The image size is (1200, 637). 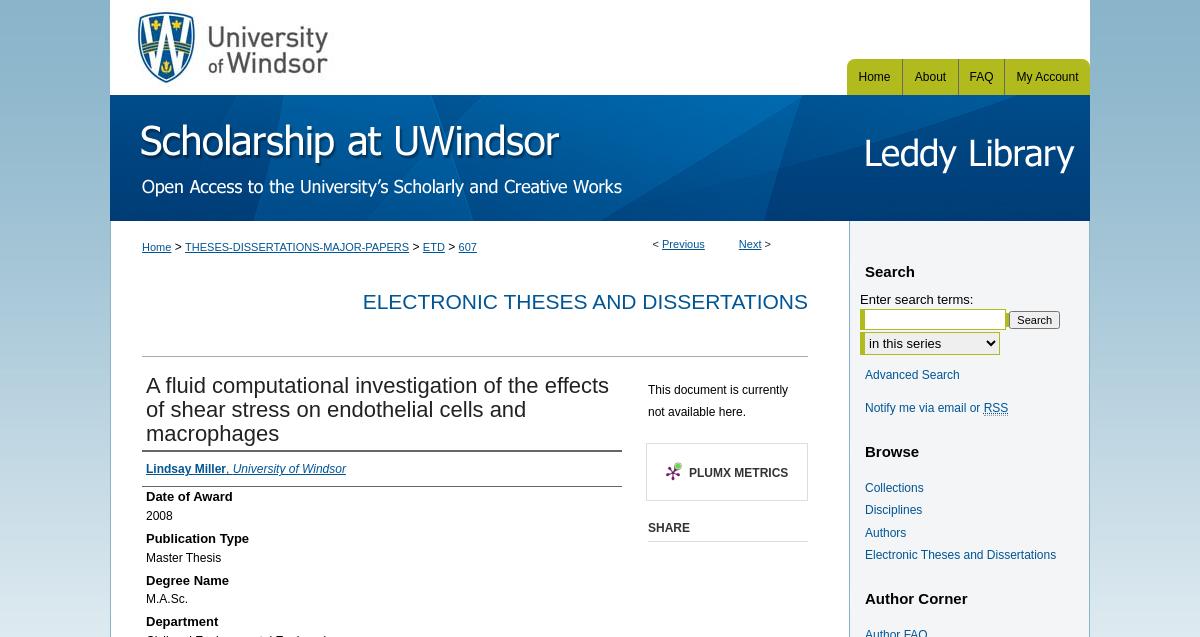 I want to click on 'Publication Type', so click(x=196, y=536).